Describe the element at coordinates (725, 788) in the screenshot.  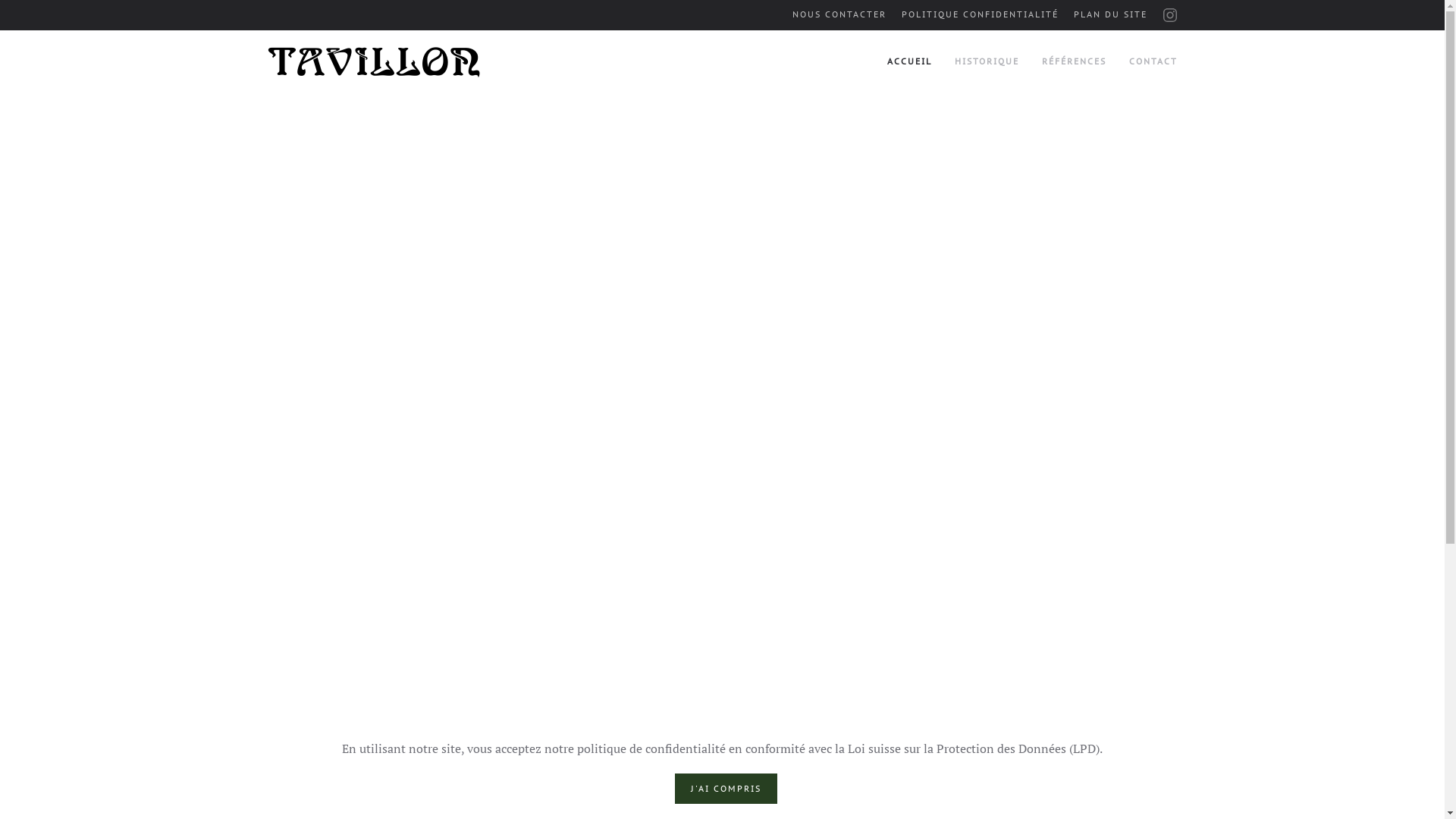
I see `'J'AI COMPRIS'` at that location.